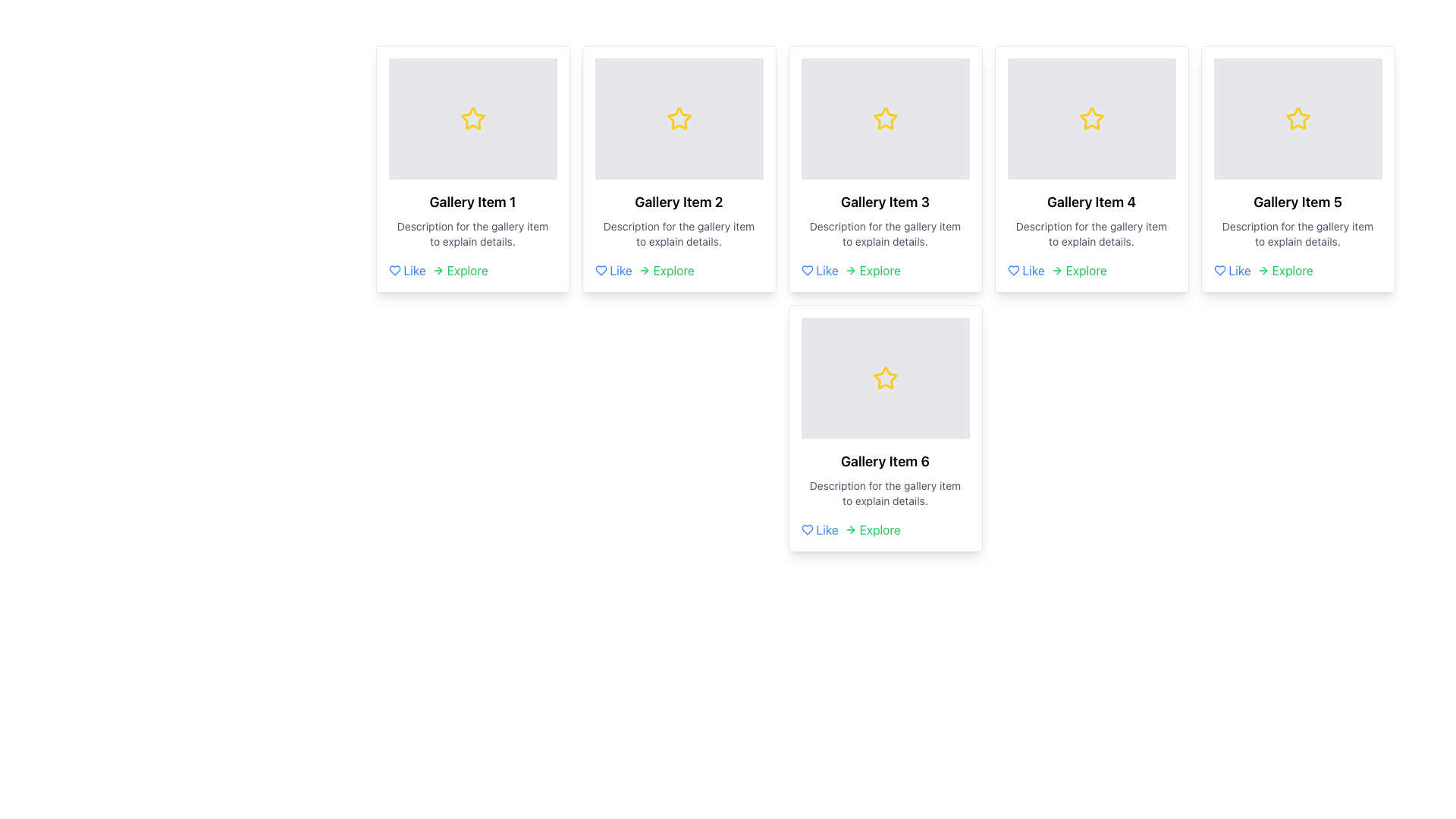 This screenshot has width=1456, height=819. What do you see at coordinates (1090, 118) in the screenshot?
I see `the star-shaped icon with a yellow border located at the center of the 'Gallery Item 4' card` at bounding box center [1090, 118].